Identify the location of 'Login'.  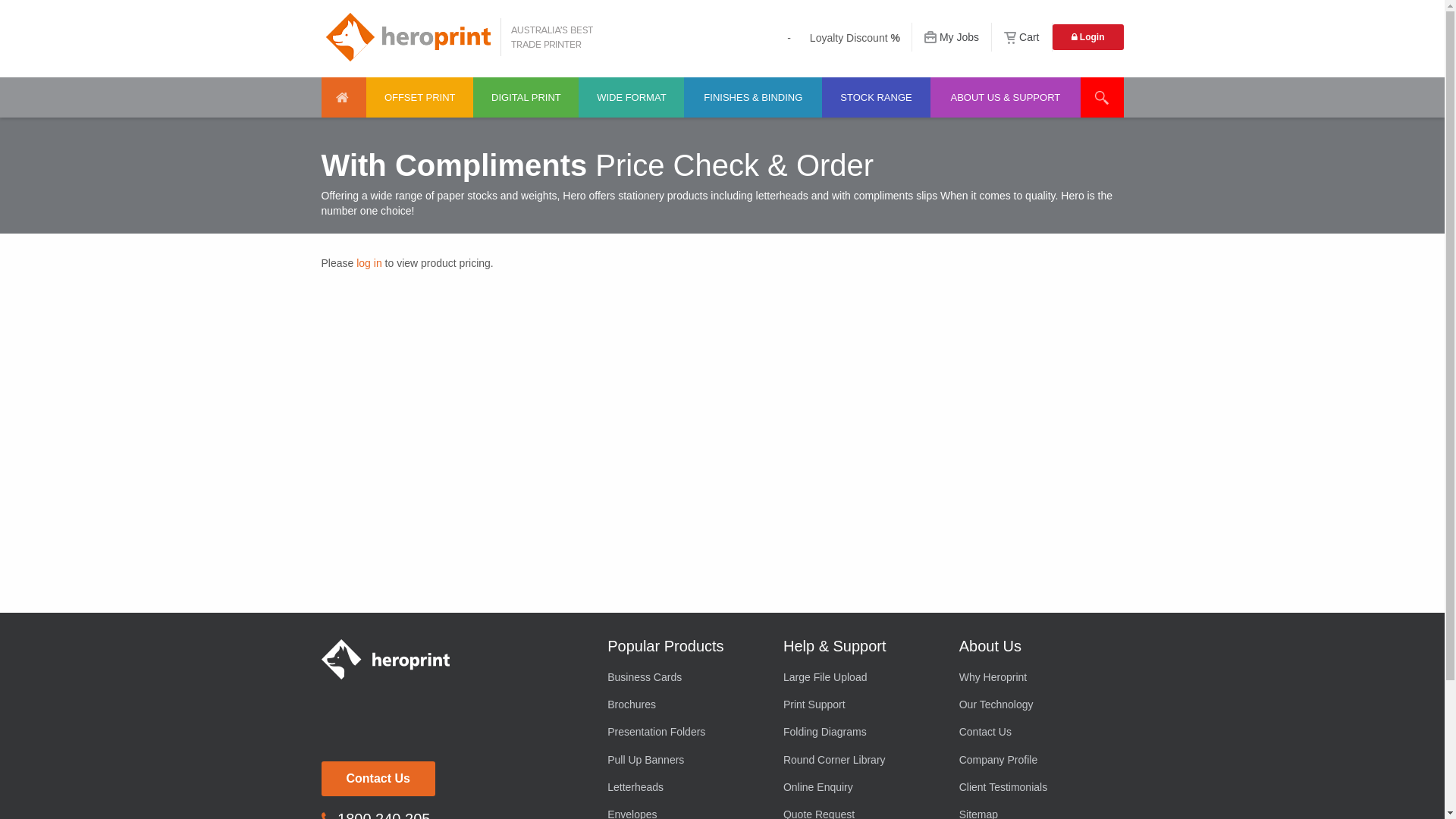
(1087, 36).